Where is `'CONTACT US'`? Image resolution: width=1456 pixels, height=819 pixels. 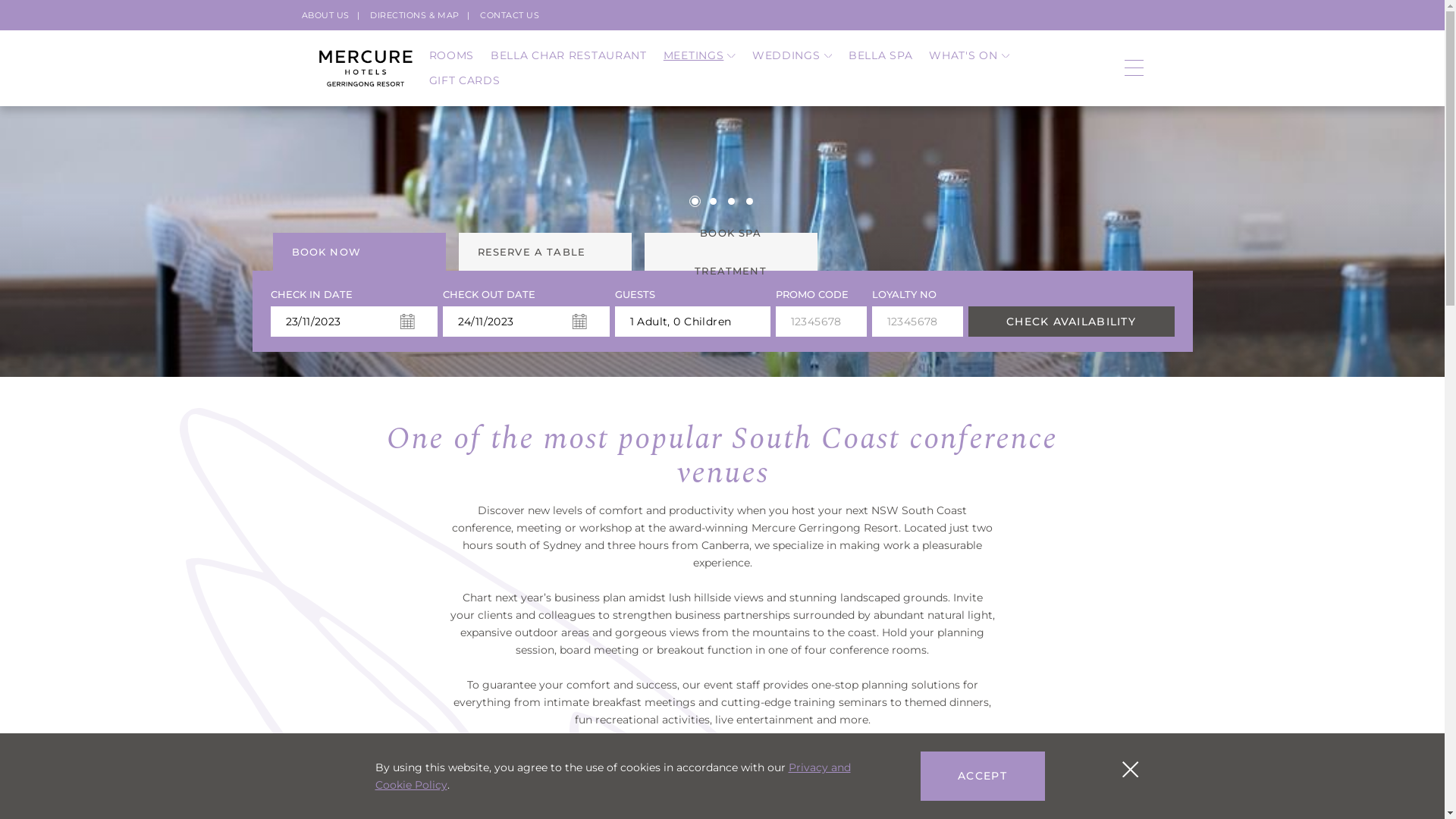
'CONTACT US' is located at coordinates (510, 14).